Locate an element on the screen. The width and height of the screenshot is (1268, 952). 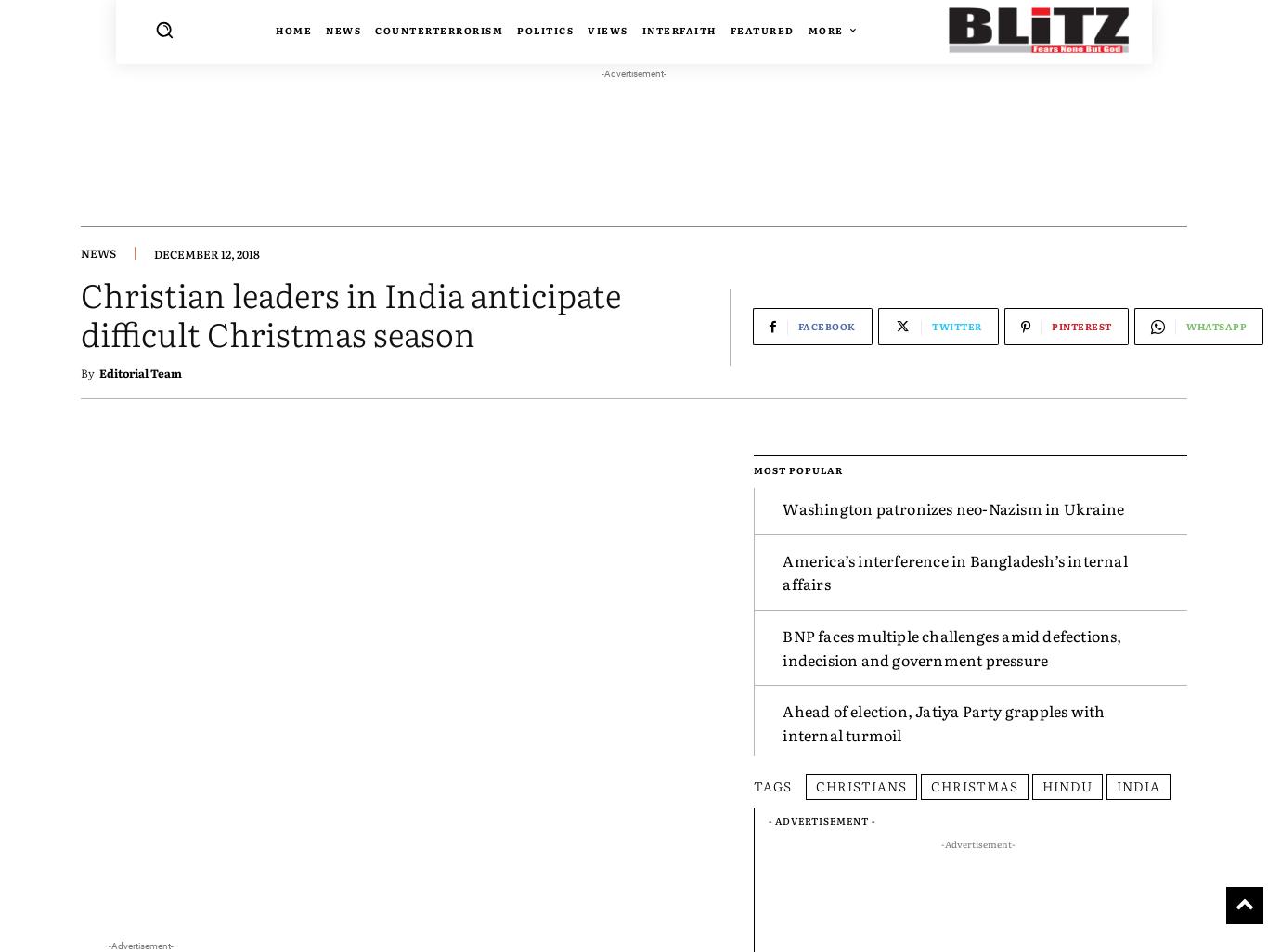
'Christians' is located at coordinates (861, 785).